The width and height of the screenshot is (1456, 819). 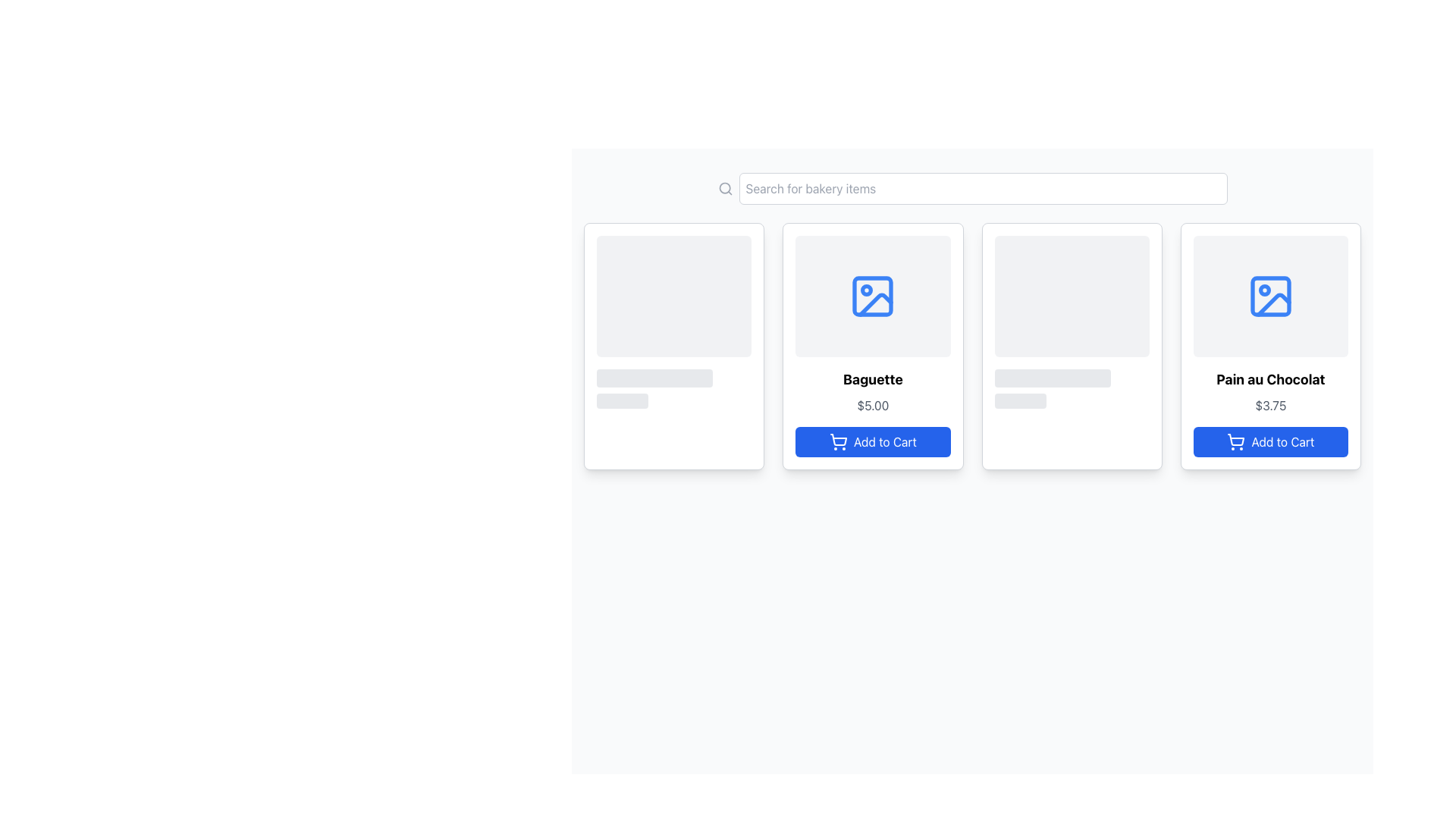 What do you see at coordinates (1264, 290) in the screenshot?
I see `the Iconic indicator located within the image placeholder of the 'Pain au Chocolat' product card, which is the third card from the left in the rightmost column` at bounding box center [1264, 290].